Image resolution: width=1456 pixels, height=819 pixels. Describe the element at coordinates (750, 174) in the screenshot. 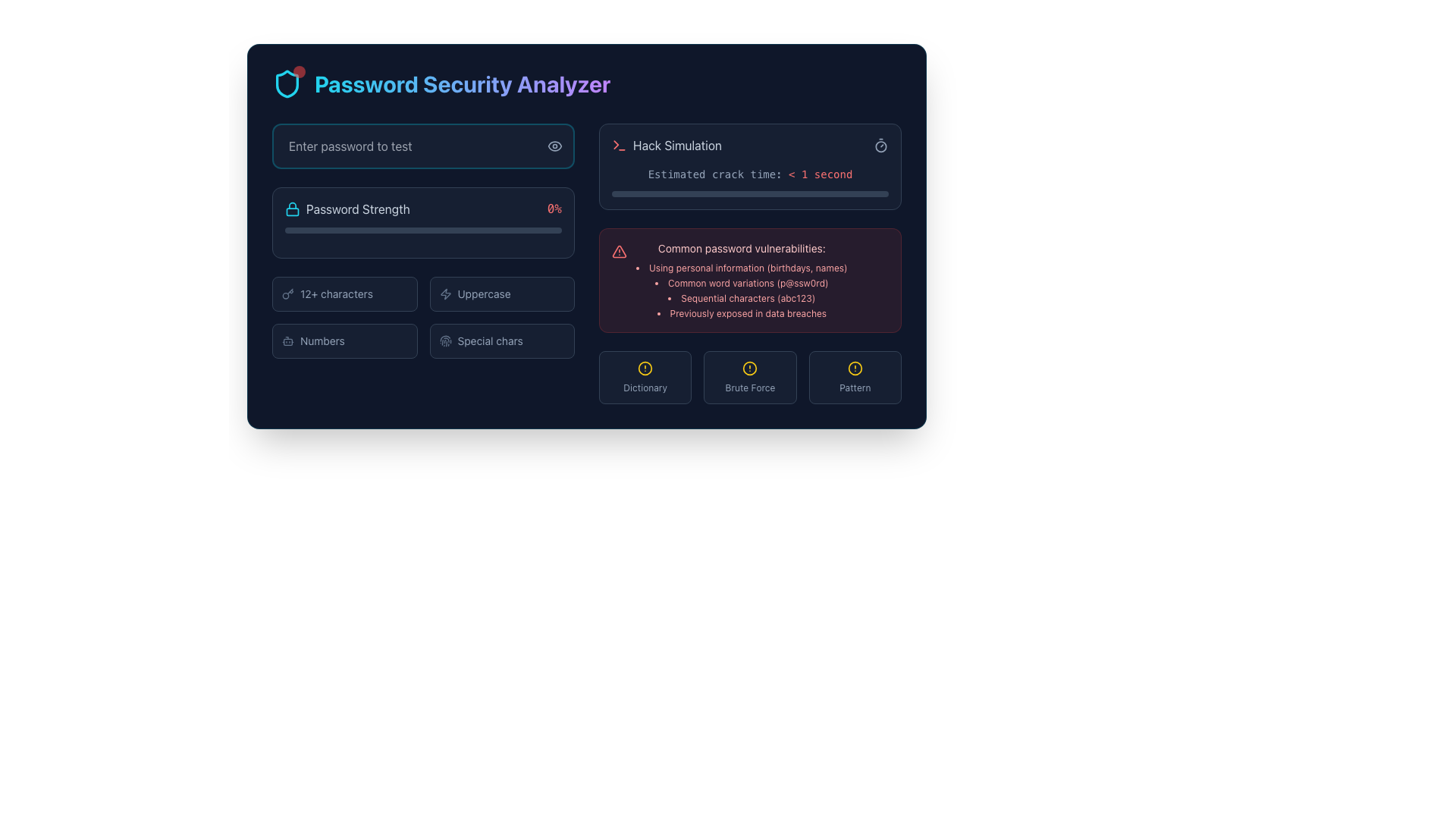

I see `the text display showing 'Estimated crack time: < 1 second' in the 'Password Security Analyzer' interface, which is located below the 'Hack Simulation' section` at that location.